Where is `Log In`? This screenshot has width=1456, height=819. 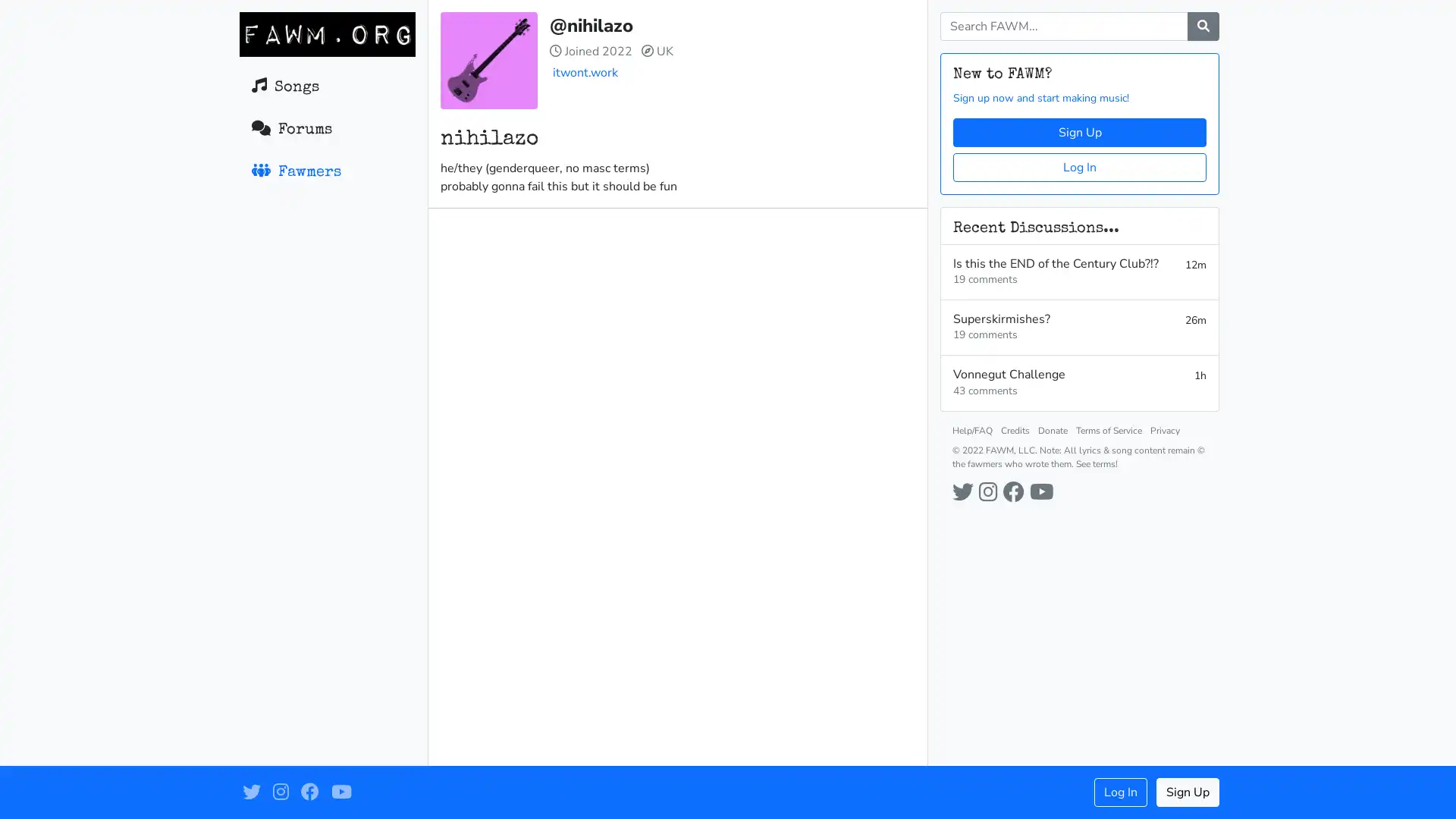 Log In is located at coordinates (1079, 167).